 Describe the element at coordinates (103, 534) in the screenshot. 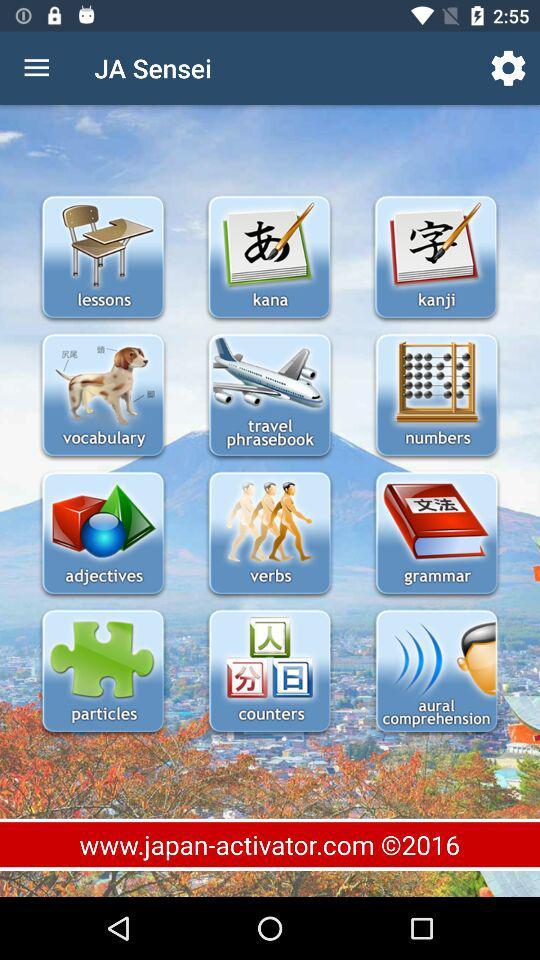

I see `open` at that location.